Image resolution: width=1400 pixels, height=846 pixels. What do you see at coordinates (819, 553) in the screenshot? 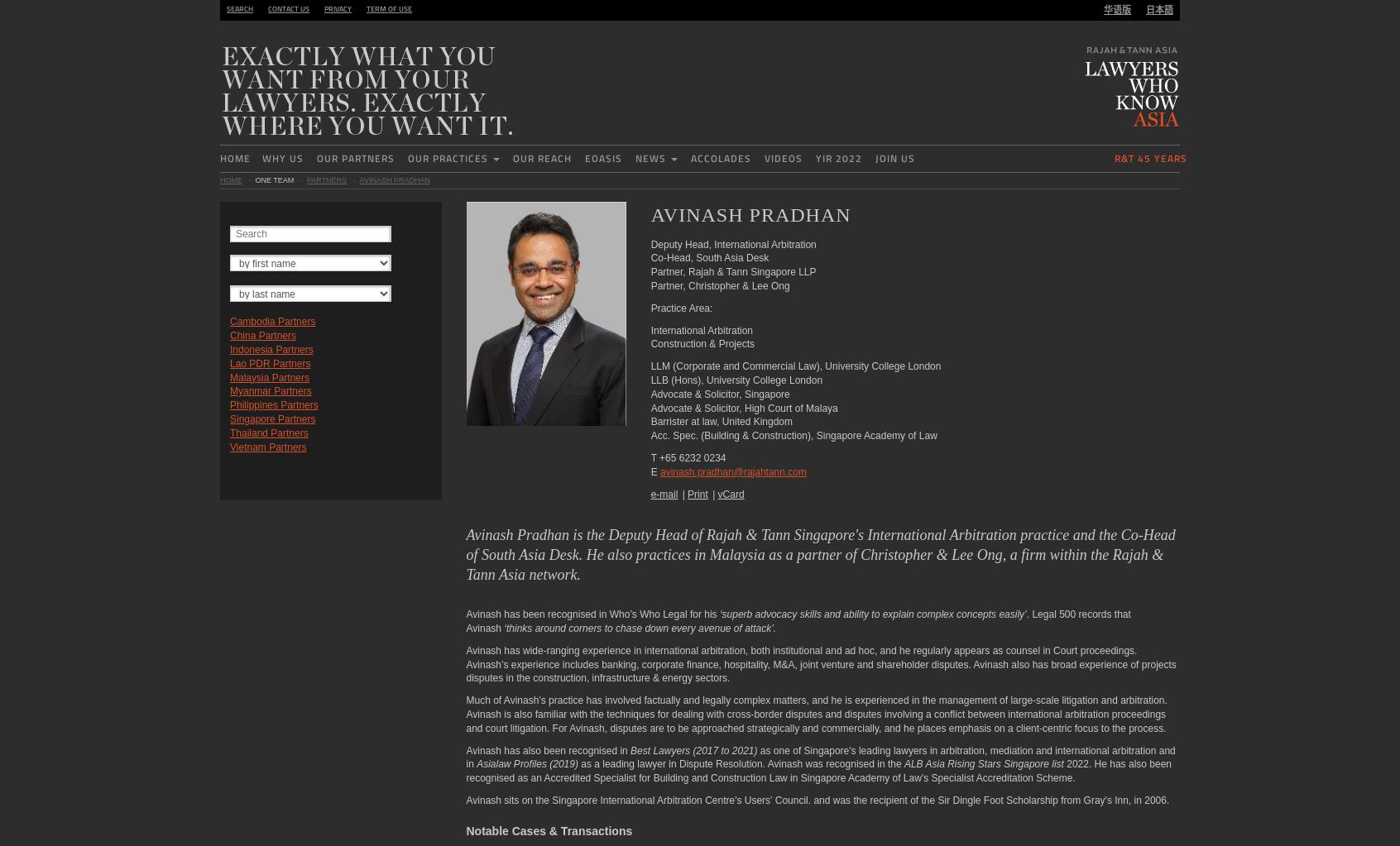
I see `'Avinash Pradhan is the Deputy Head of Rajah & Tann Singapore's International Arbitration practice and the Co-Head of South Asia Desk. He also practices in Malaysia as a partner of Christopher & Lee Ong, a firm within the Rajah & Tann Asia network.'` at bounding box center [819, 553].